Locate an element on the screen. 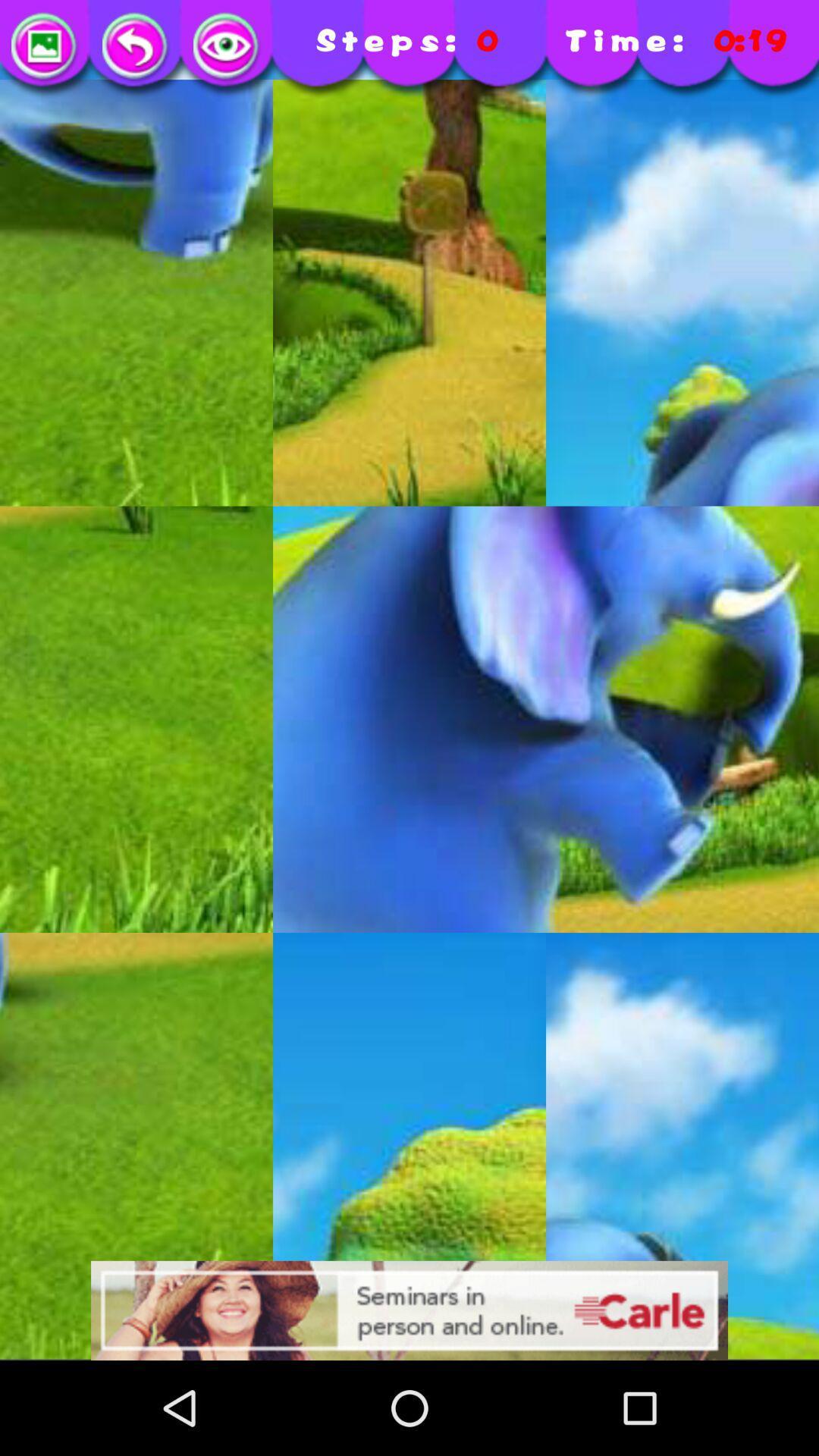 The height and width of the screenshot is (1456, 819). the visibility icon is located at coordinates (227, 47).